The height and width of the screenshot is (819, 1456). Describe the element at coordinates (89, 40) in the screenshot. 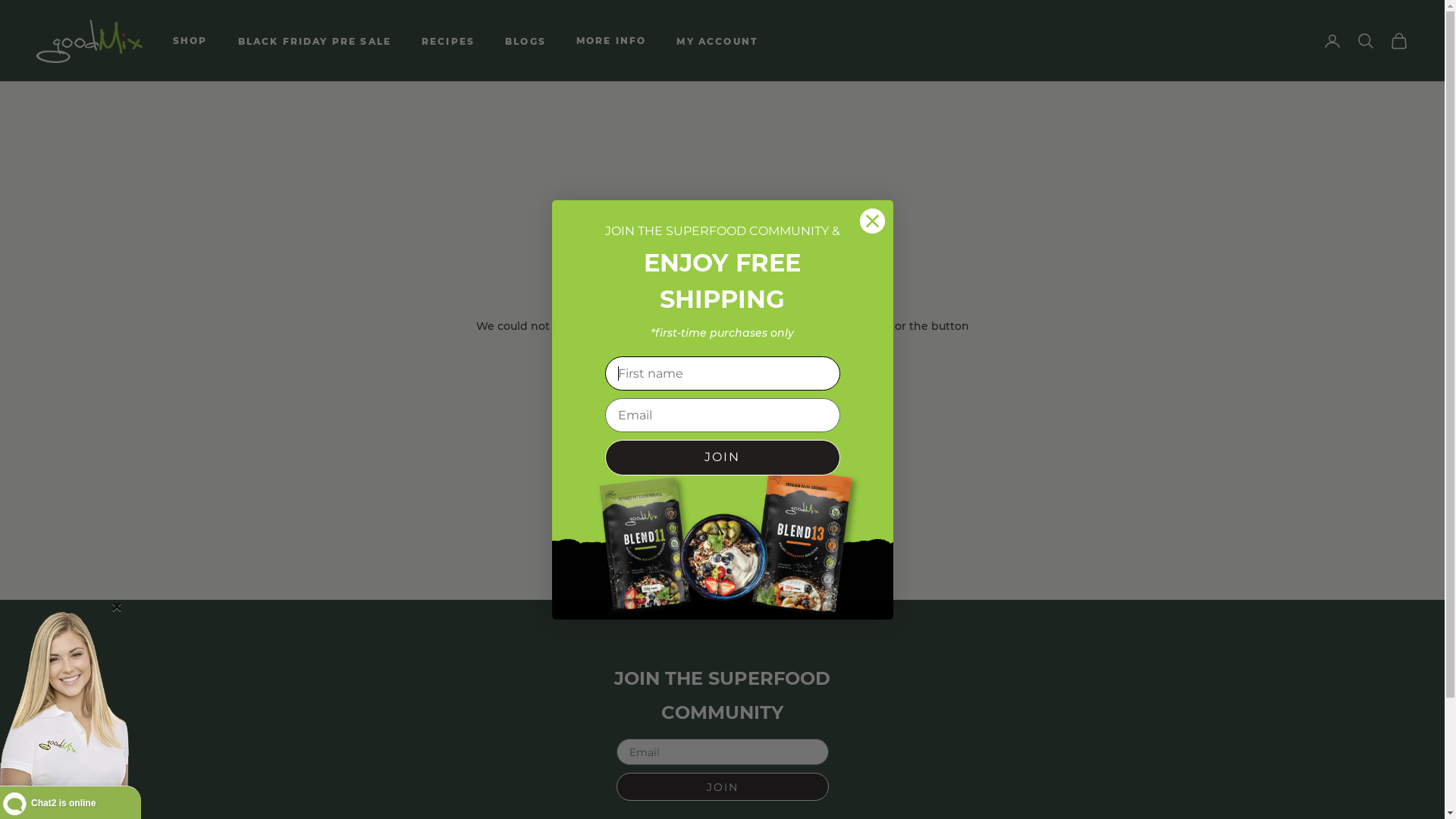

I see `'goodMix Superfoods'` at that location.